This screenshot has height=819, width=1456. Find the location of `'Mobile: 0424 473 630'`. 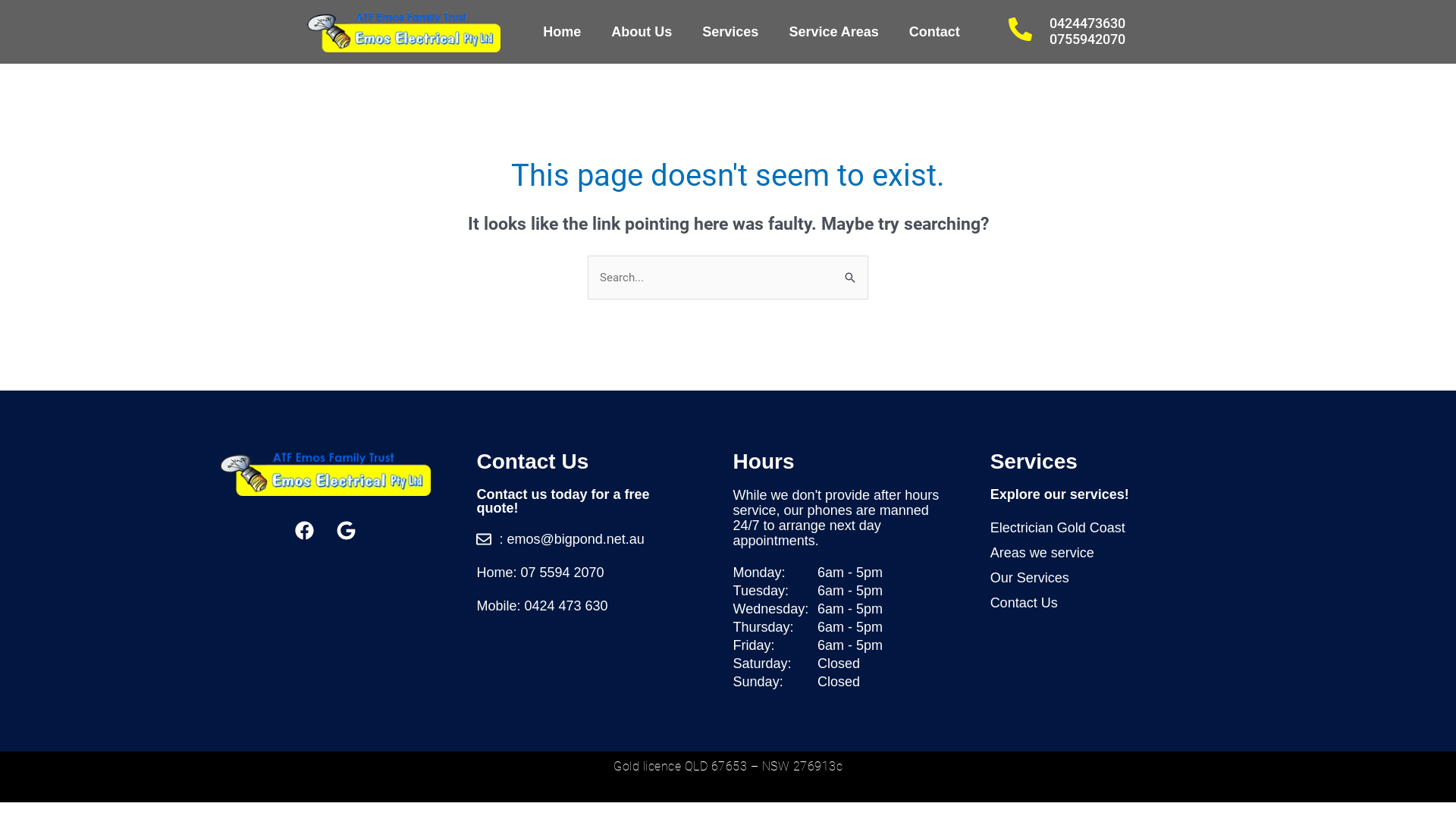

'Mobile: 0424 473 630' is located at coordinates (581, 604).